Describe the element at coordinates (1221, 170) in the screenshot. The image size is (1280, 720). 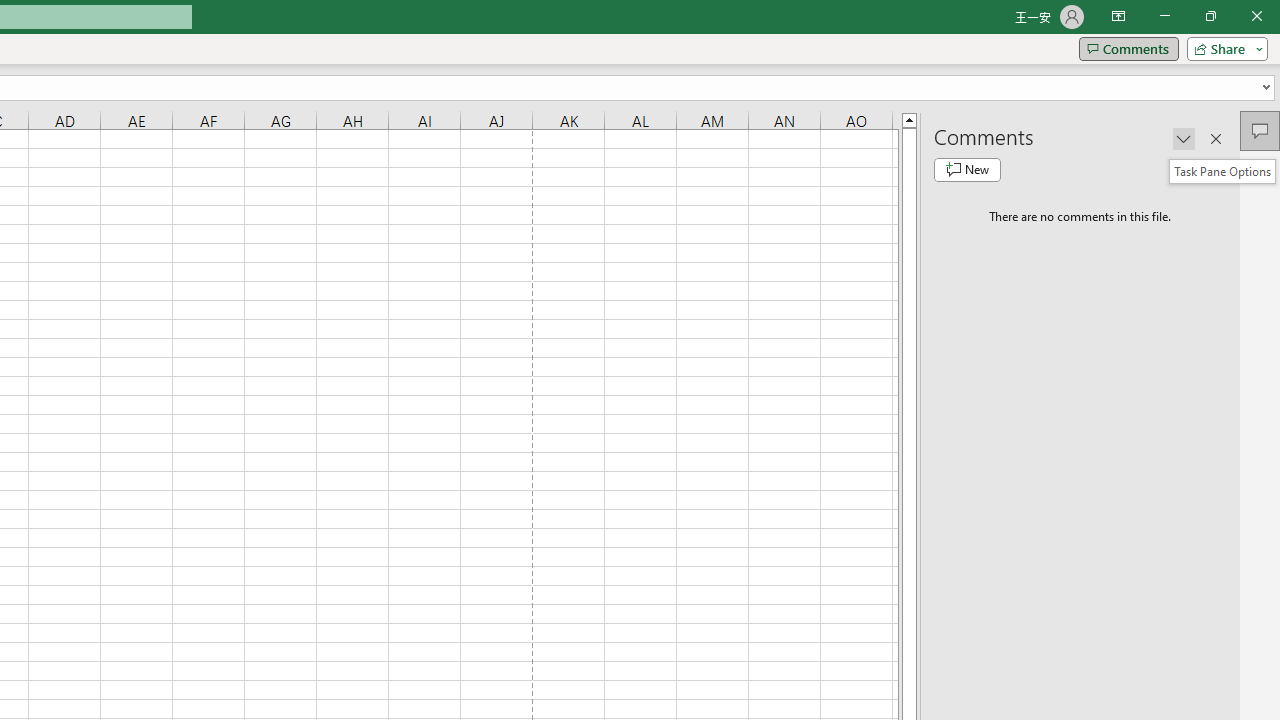
I see `'Task Pane Options'` at that location.